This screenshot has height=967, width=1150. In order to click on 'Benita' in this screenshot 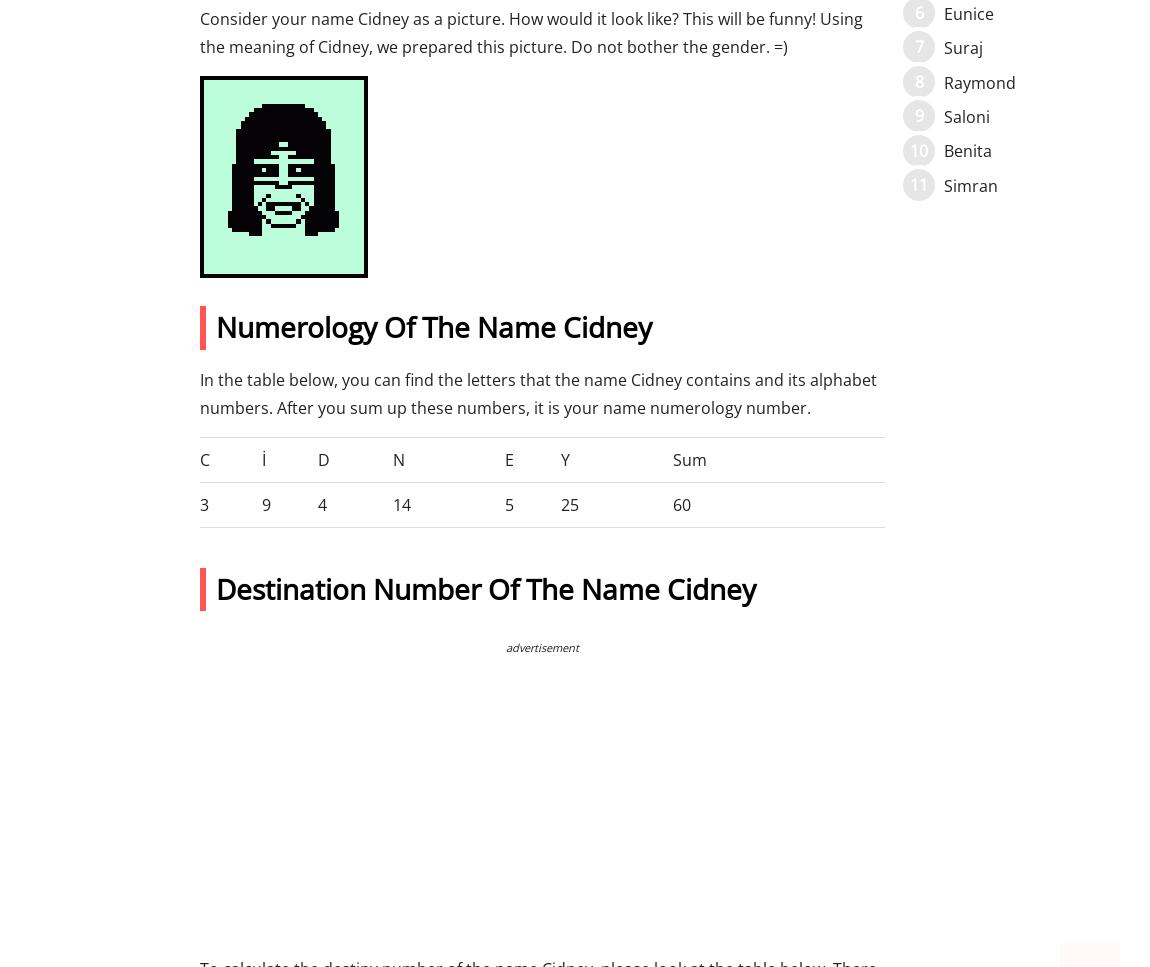, I will do `click(967, 151)`.